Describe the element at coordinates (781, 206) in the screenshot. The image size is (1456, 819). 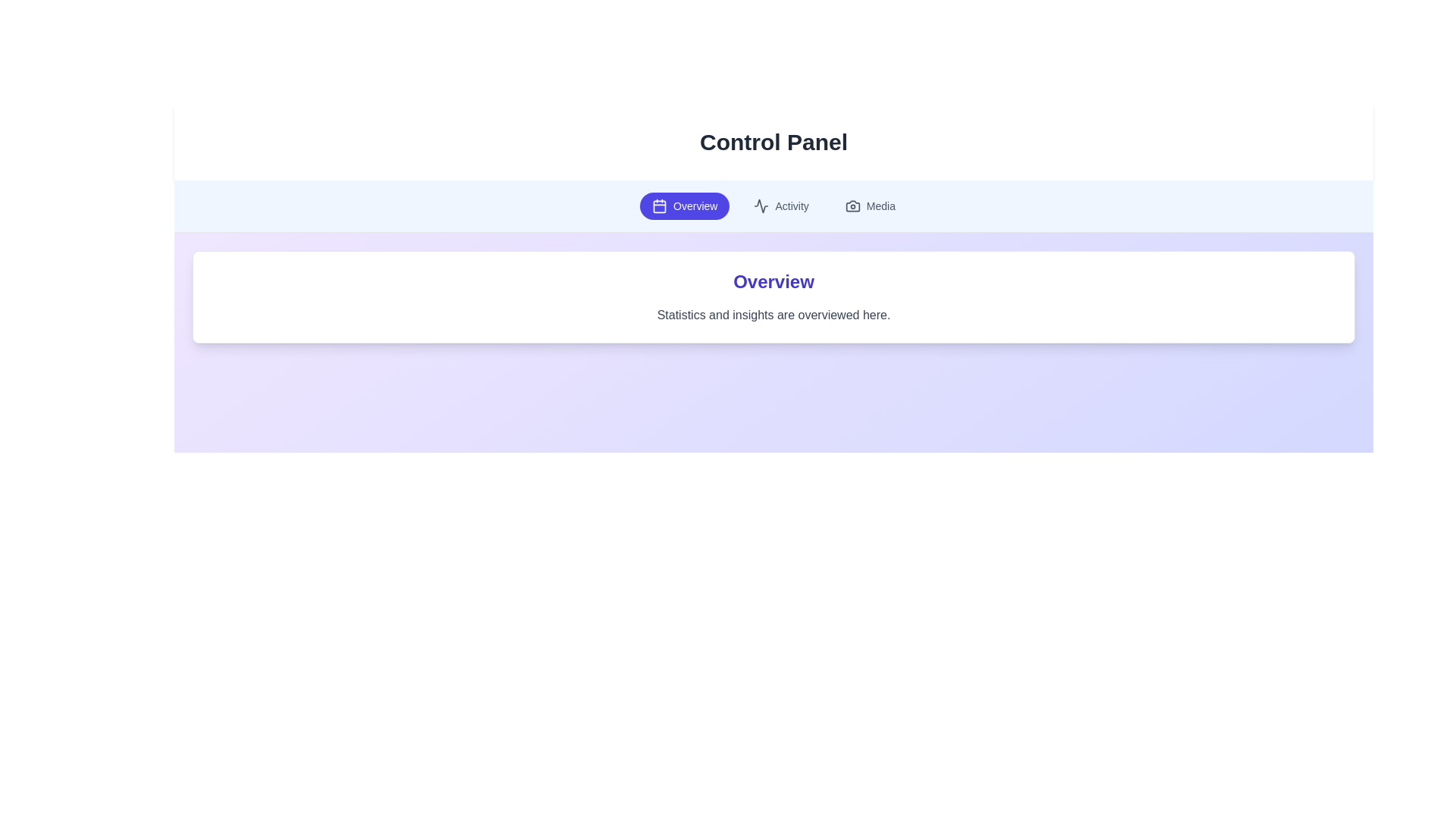
I see `the navigation button that directs users to the 'Activity' section, located between 'Overview' and 'Media' buttons, to change its background color` at that location.